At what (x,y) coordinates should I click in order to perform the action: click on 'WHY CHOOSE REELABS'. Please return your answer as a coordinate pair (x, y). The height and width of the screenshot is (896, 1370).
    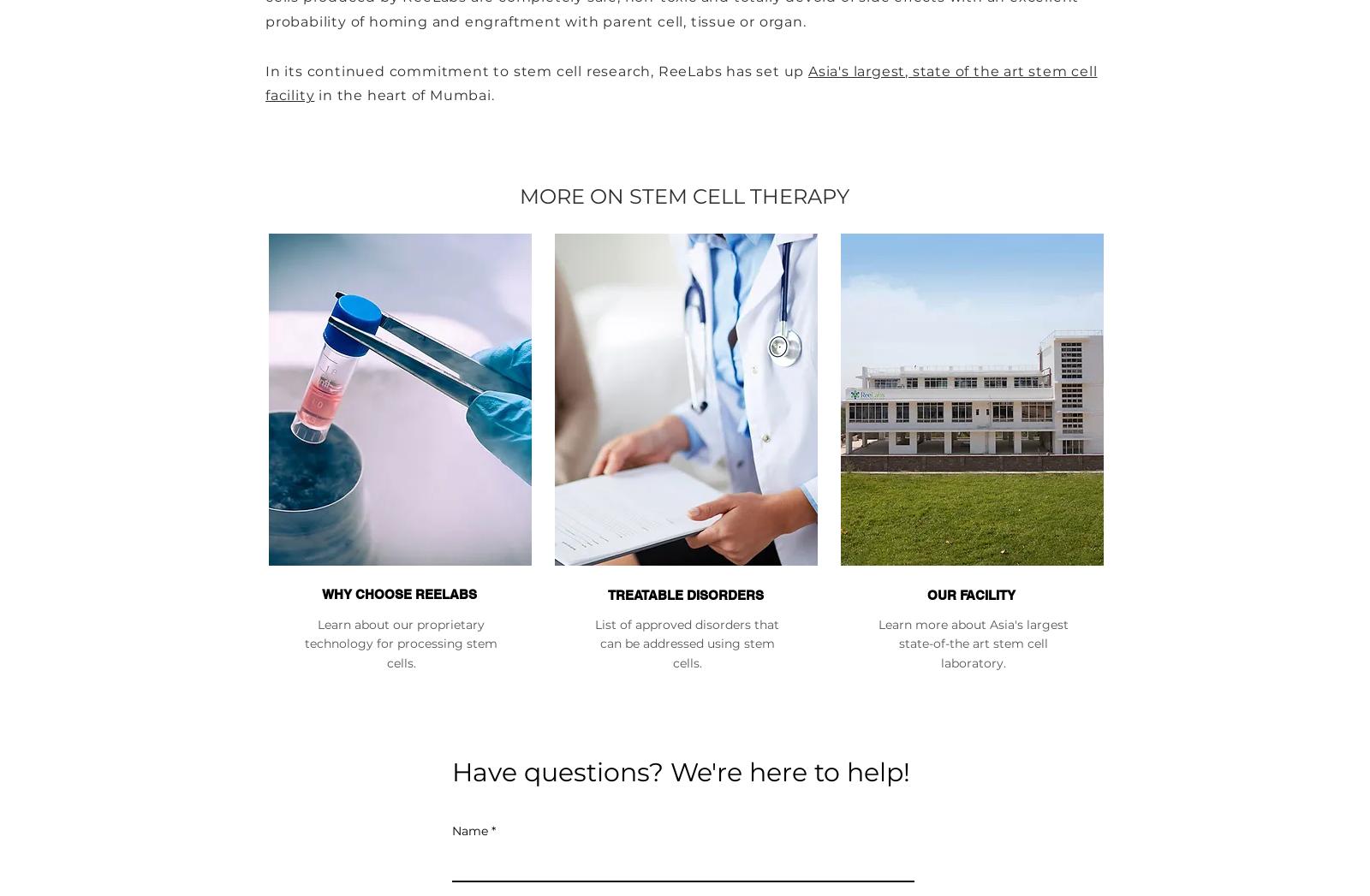
    Looking at the image, I should click on (398, 592).